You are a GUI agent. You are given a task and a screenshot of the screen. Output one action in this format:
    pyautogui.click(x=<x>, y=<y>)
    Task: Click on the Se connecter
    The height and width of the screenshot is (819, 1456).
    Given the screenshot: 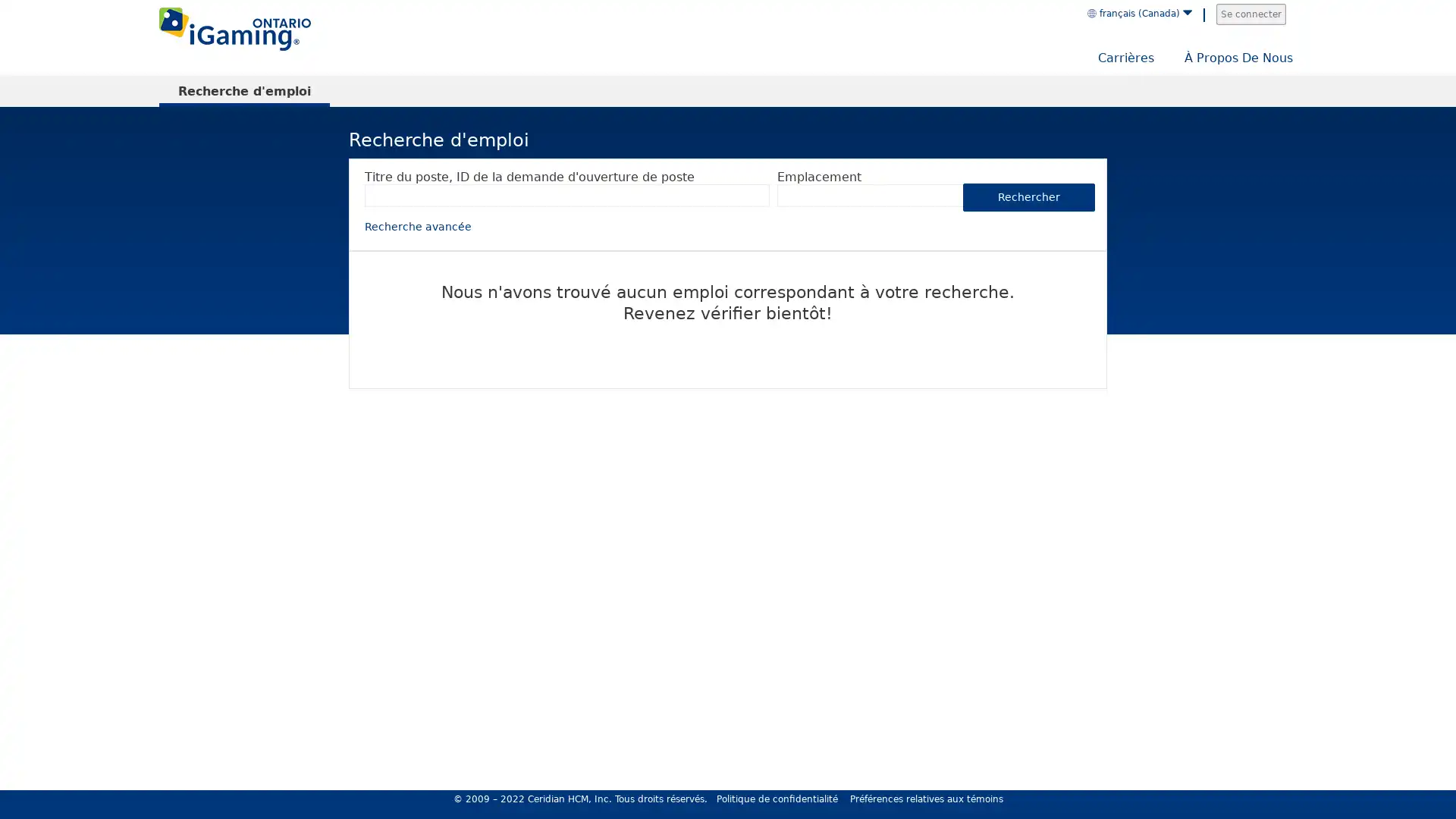 What is the action you would take?
    pyautogui.click(x=1251, y=14)
    